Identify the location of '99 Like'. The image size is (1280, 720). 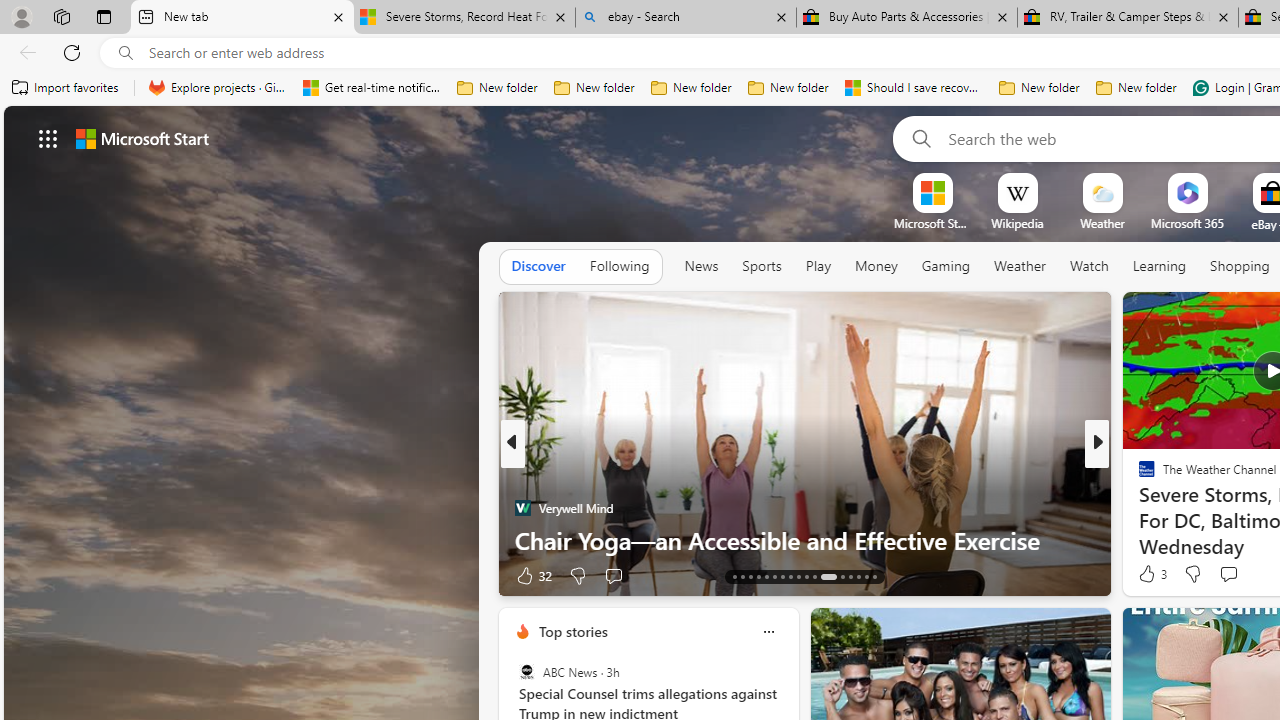
(1149, 575).